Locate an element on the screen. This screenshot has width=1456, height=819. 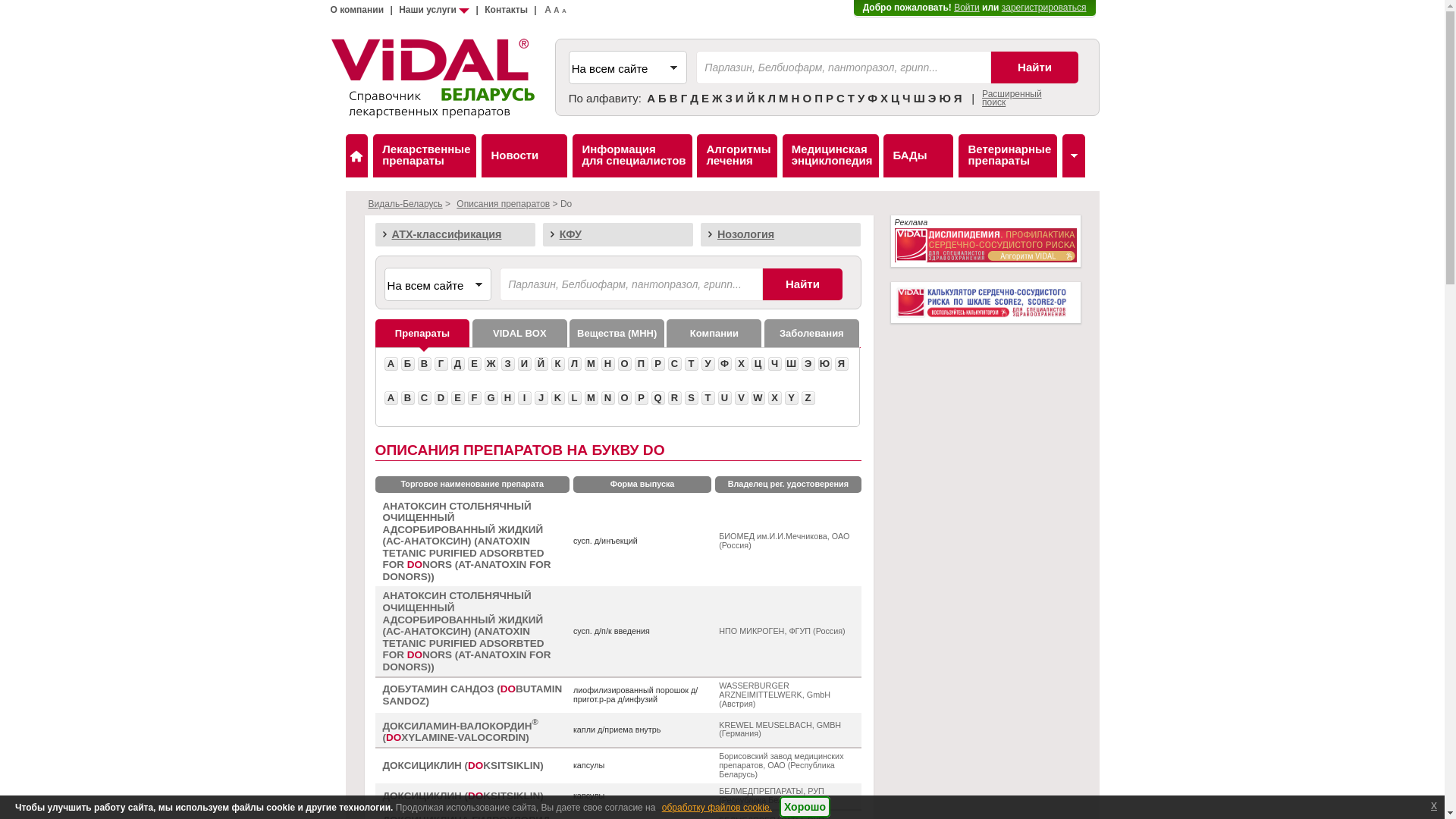
'Z' is located at coordinates (800, 397).